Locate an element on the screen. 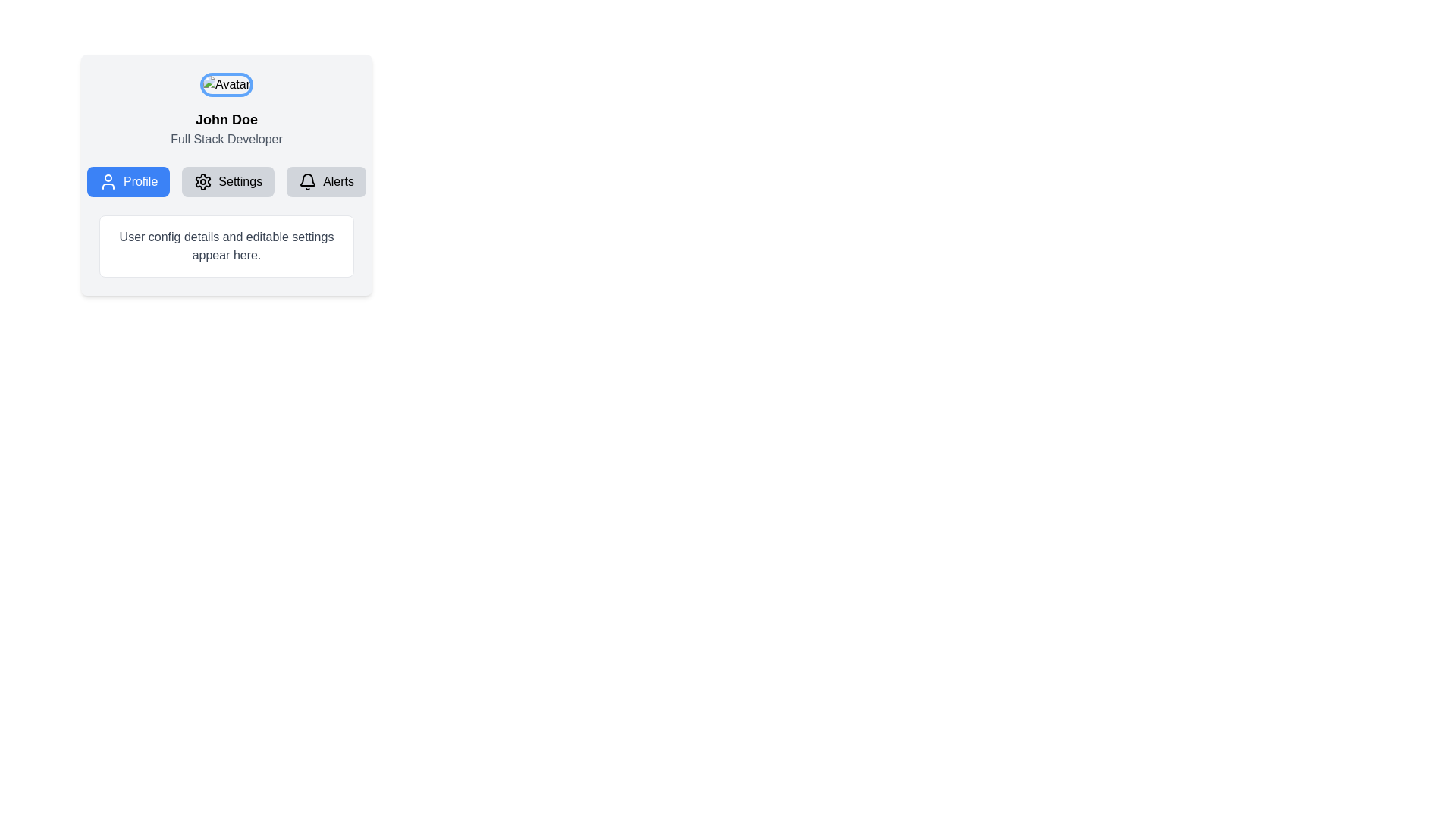  the user profile icon, which is a simple human figure with a blue background and white outline, located inside the 'Profile' button in the top left section is located at coordinates (108, 180).